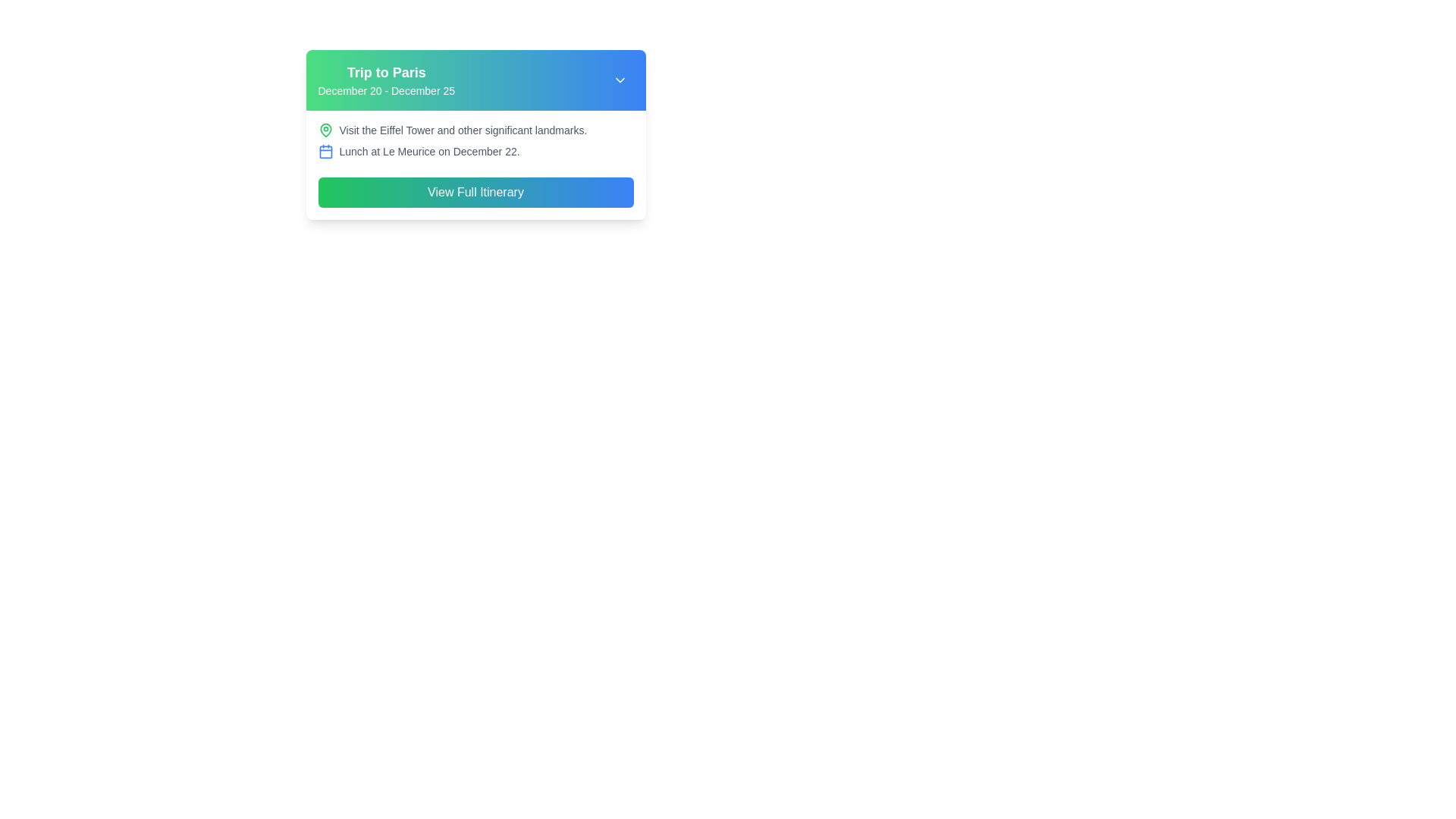 The height and width of the screenshot is (819, 1456). Describe the element at coordinates (428, 152) in the screenshot. I see `the itinerary event description for a lunch appointment located below the 'Visit the Eiffel Tower and other significant landmarks.' text and to the right of the calendar icon, appearing as the second item under the title 'Trip to Paris'` at that location.